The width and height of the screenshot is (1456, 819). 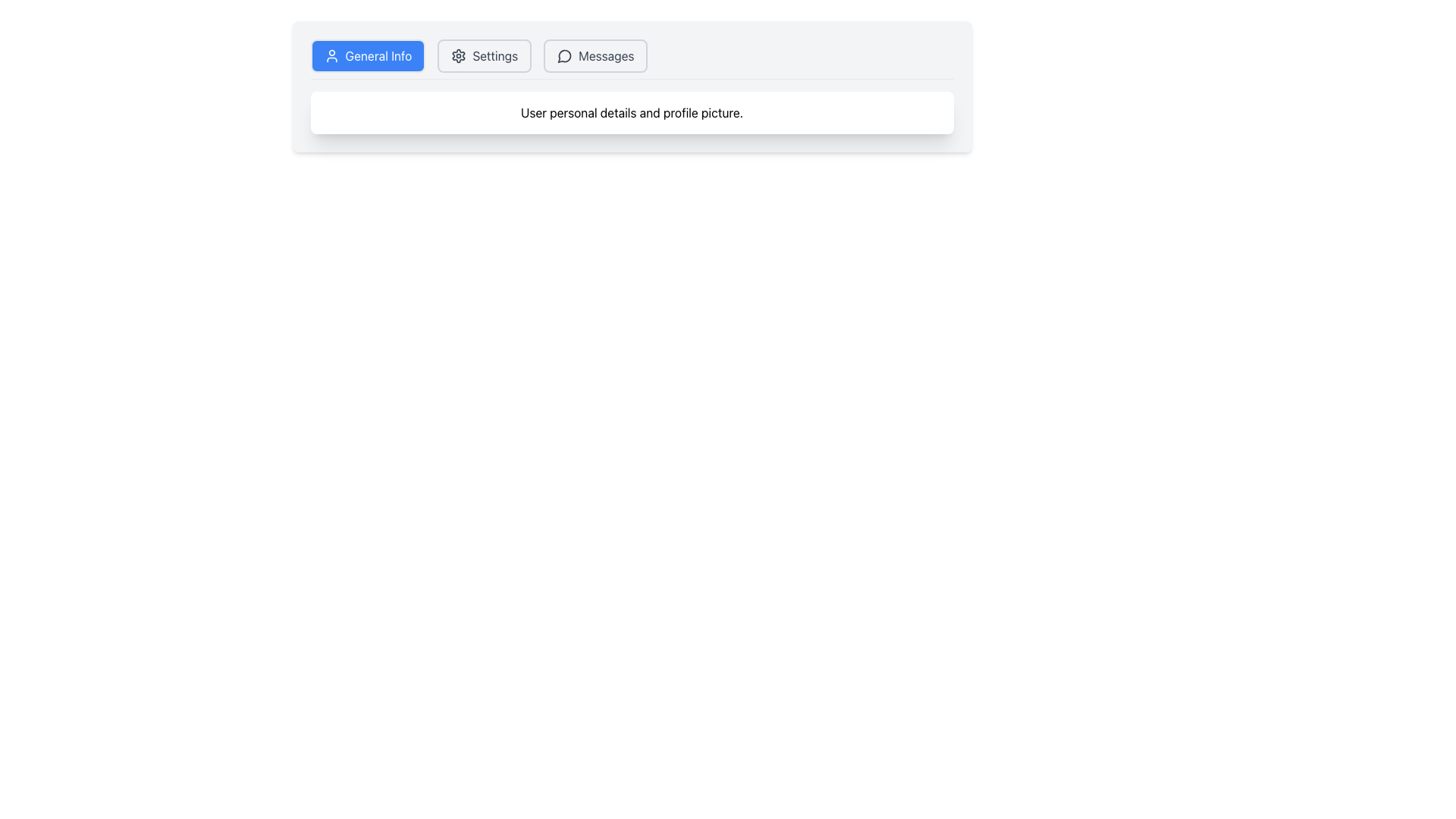 What do you see at coordinates (632, 86) in the screenshot?
I see `the user profile details panel located centrally below the tab navigation, displaying the user's personal information and profile picture` at bounding box center [632, 86].